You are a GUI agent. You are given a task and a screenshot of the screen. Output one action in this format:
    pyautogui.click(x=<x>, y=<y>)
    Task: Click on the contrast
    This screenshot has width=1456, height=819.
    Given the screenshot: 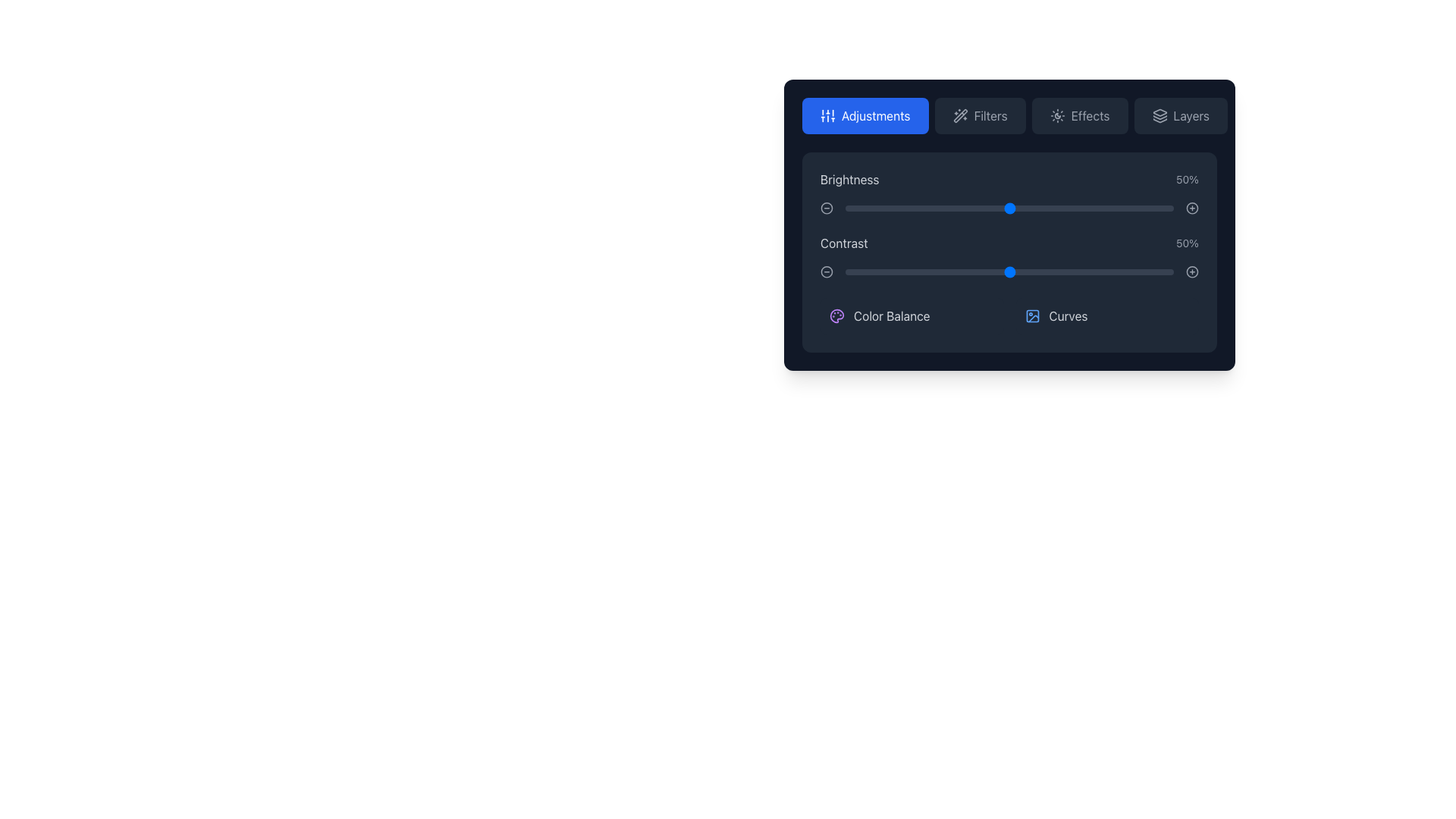 What is the action you would take?
    pyautogui.click(x=1029, y=271)
    